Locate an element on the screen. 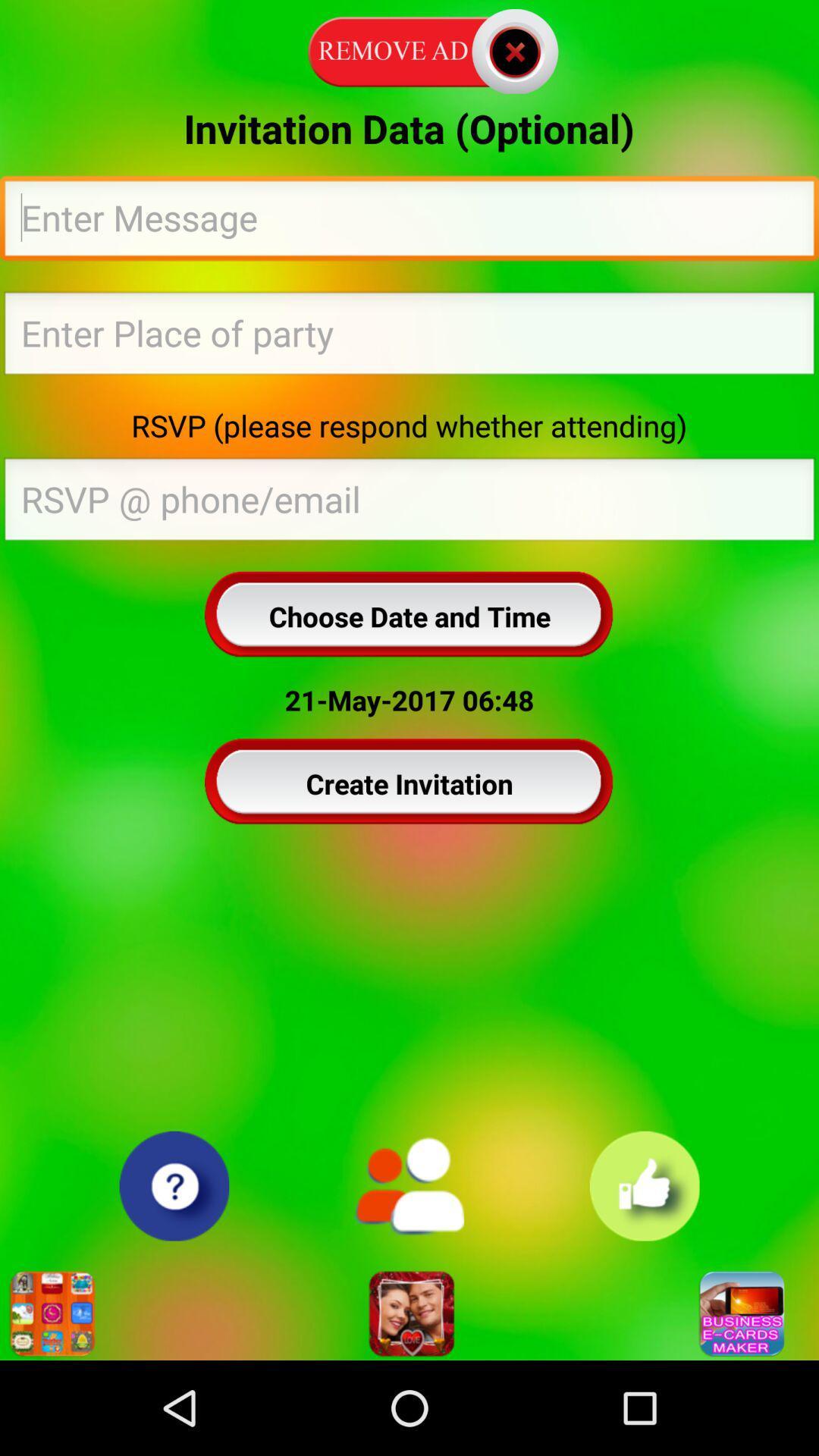 The image size is (819, 1456). icon below the create invitation icon is located at coordinates (408, 1185).